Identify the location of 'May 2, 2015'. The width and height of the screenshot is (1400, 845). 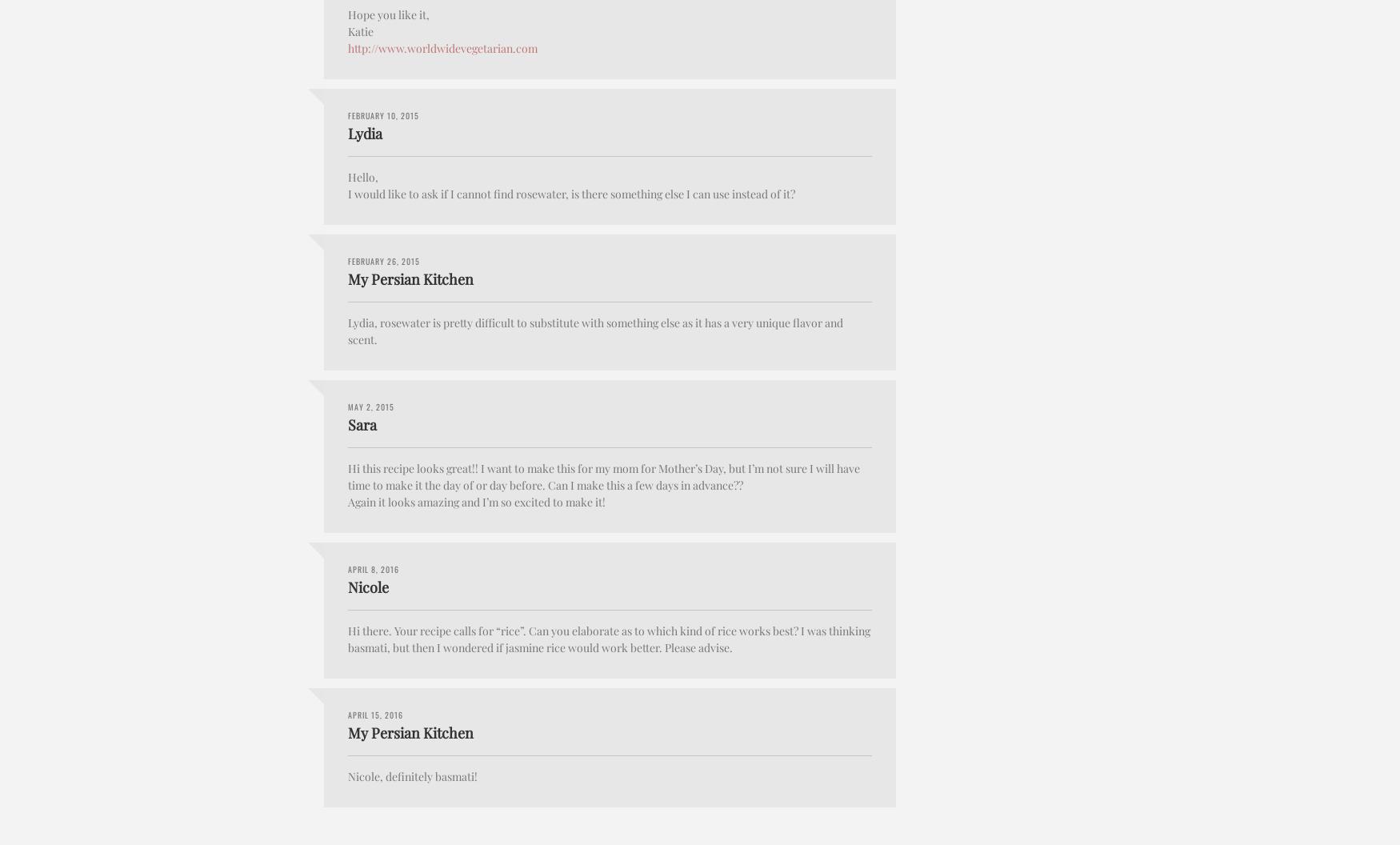
(347, 405).